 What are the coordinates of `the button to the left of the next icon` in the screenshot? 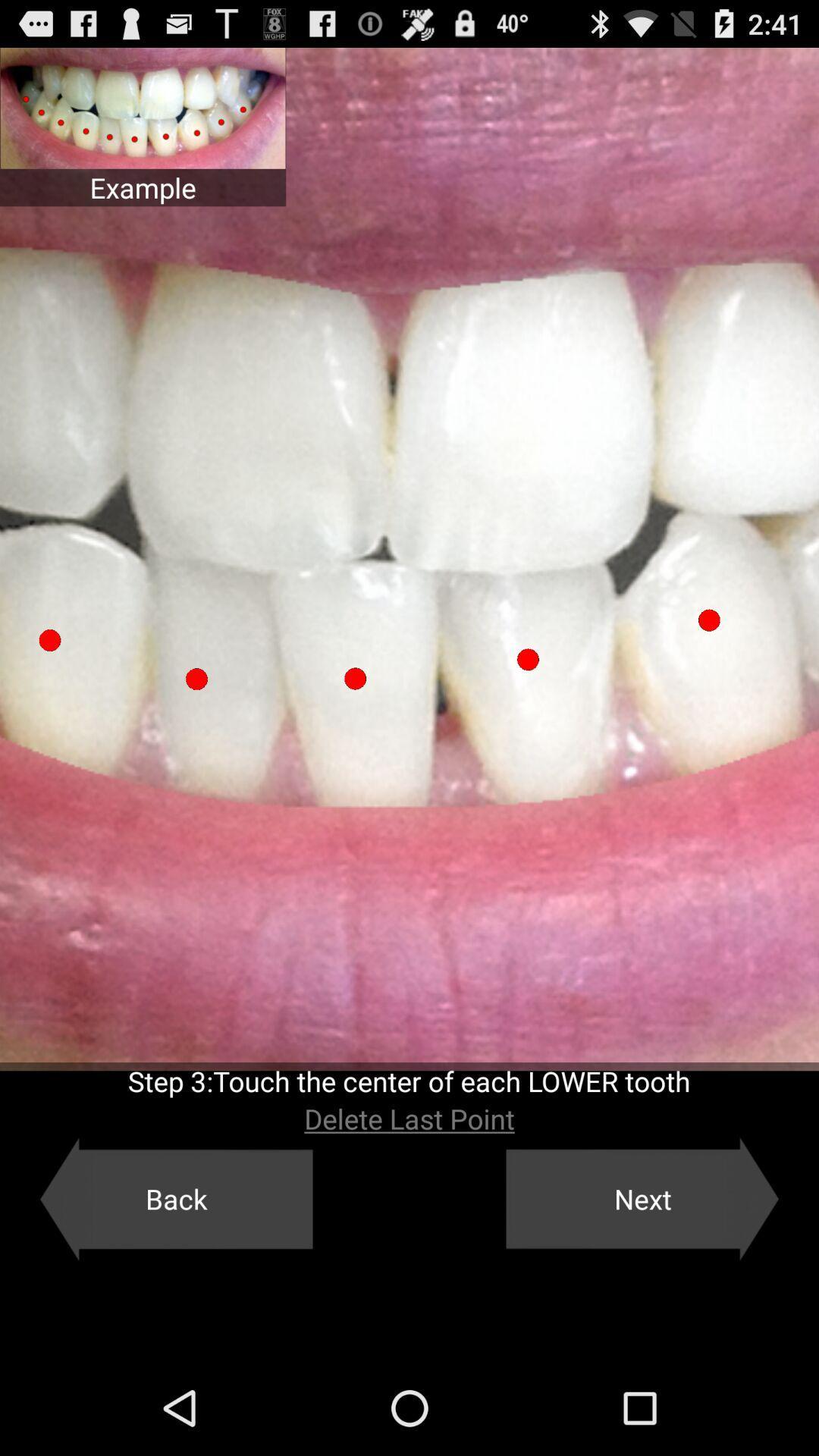 It's located at (175, 1198).